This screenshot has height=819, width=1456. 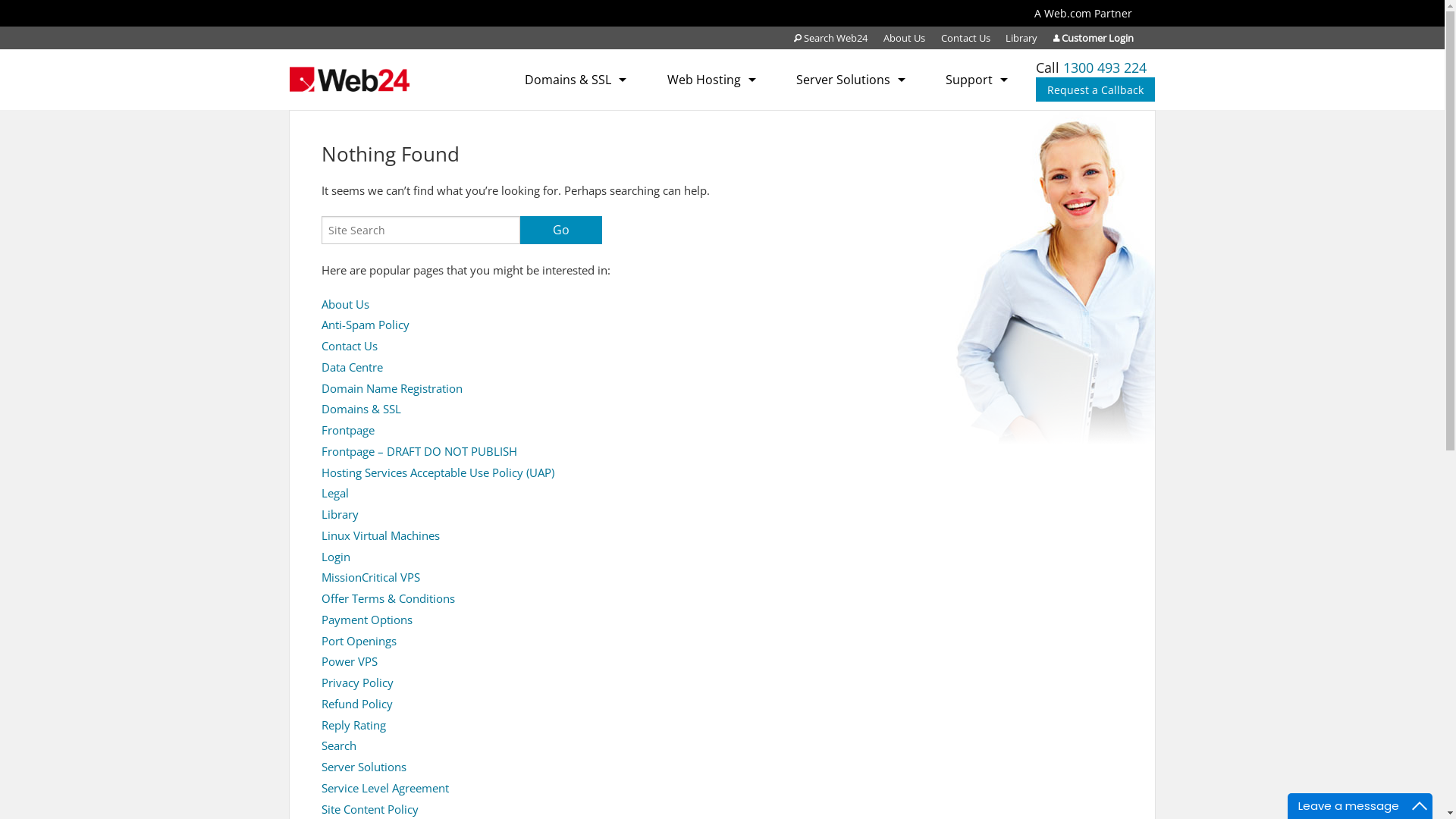 What do you see at coordinates (792, 37) in the screenshot?
I see `'Search Web24'` at bounding box center [792, 37].